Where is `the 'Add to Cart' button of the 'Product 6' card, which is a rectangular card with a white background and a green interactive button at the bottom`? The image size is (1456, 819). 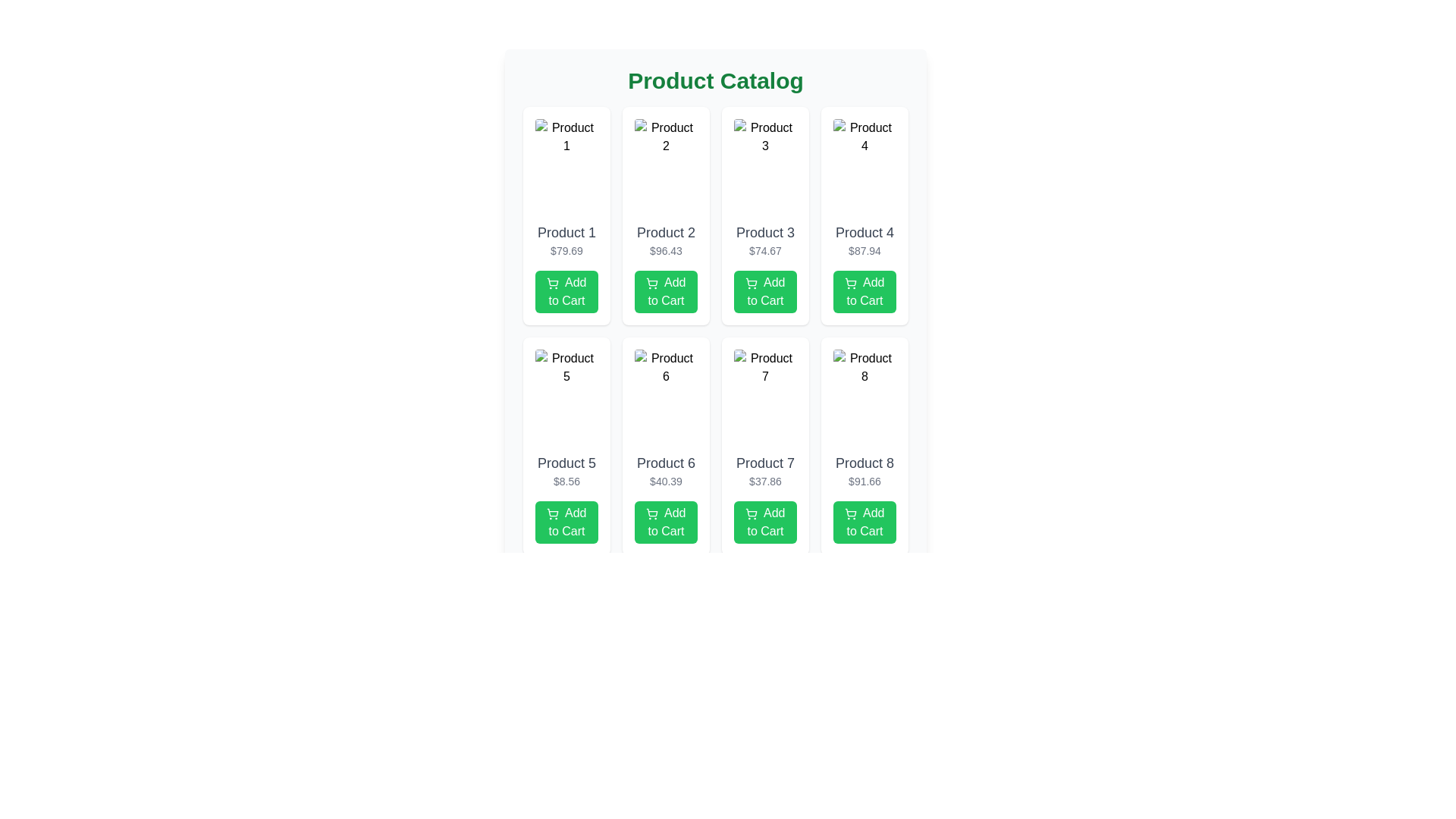
the 'Add to Cart' button of the 'Product 6' card, which is a rectangular card with a white background and a green interactive button at the bottom is located at coordinates (666, 446).